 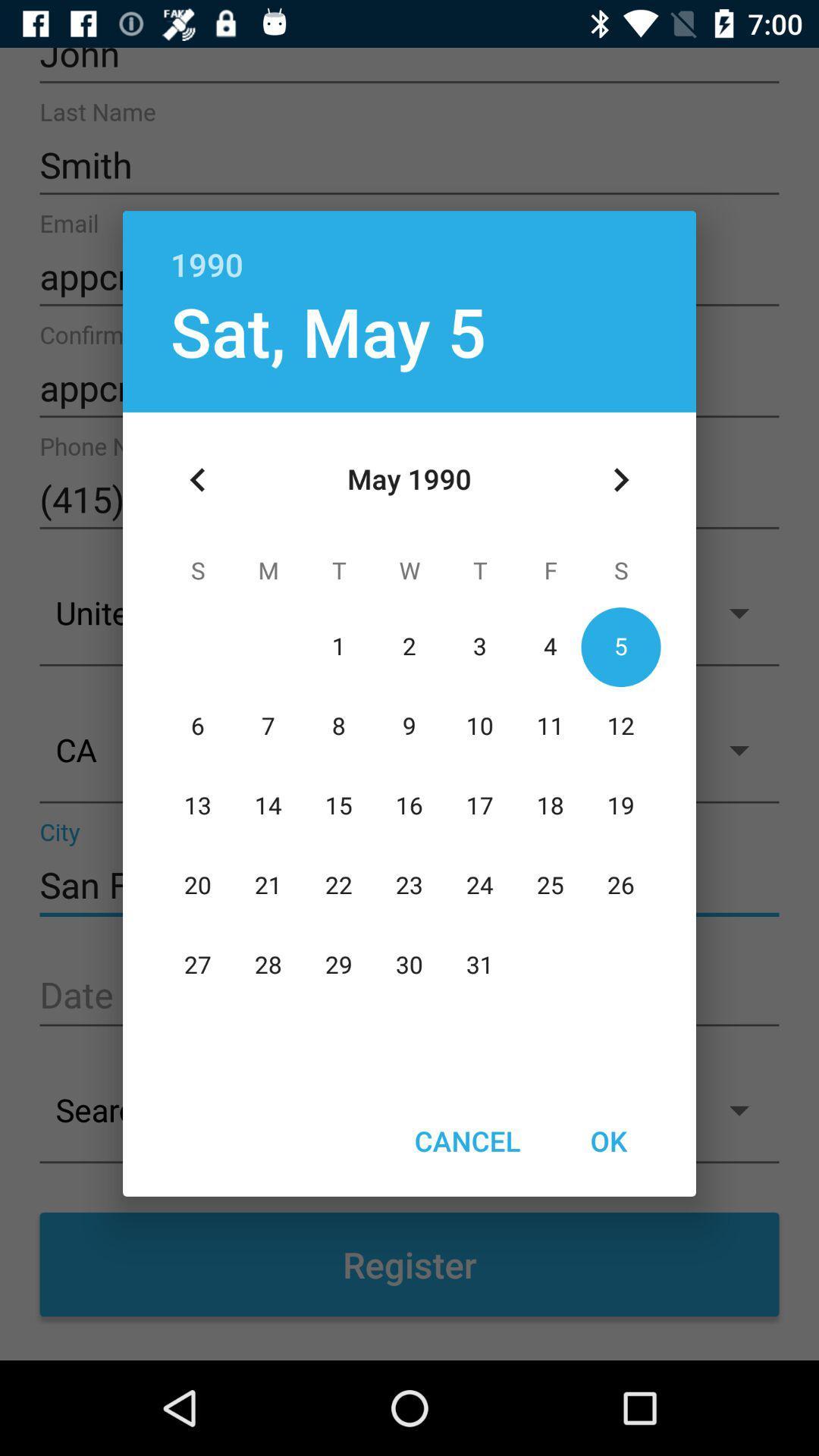 I want to click on icon above the sat, may 5, so click(x=409, y=248).